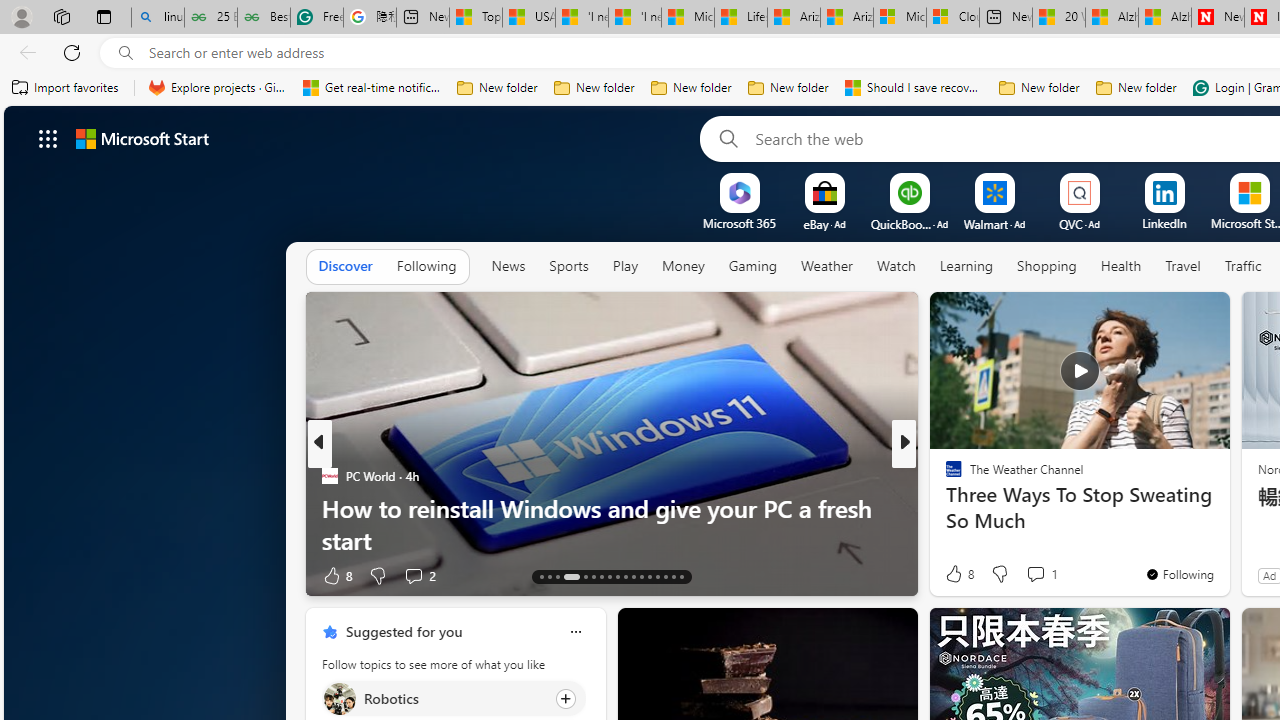 Image resolution: width=1280 pixels, height=720 pixels. Describe the element at coordinates (955, 575) in the screenshot. I see `'86 Like'` at that location.